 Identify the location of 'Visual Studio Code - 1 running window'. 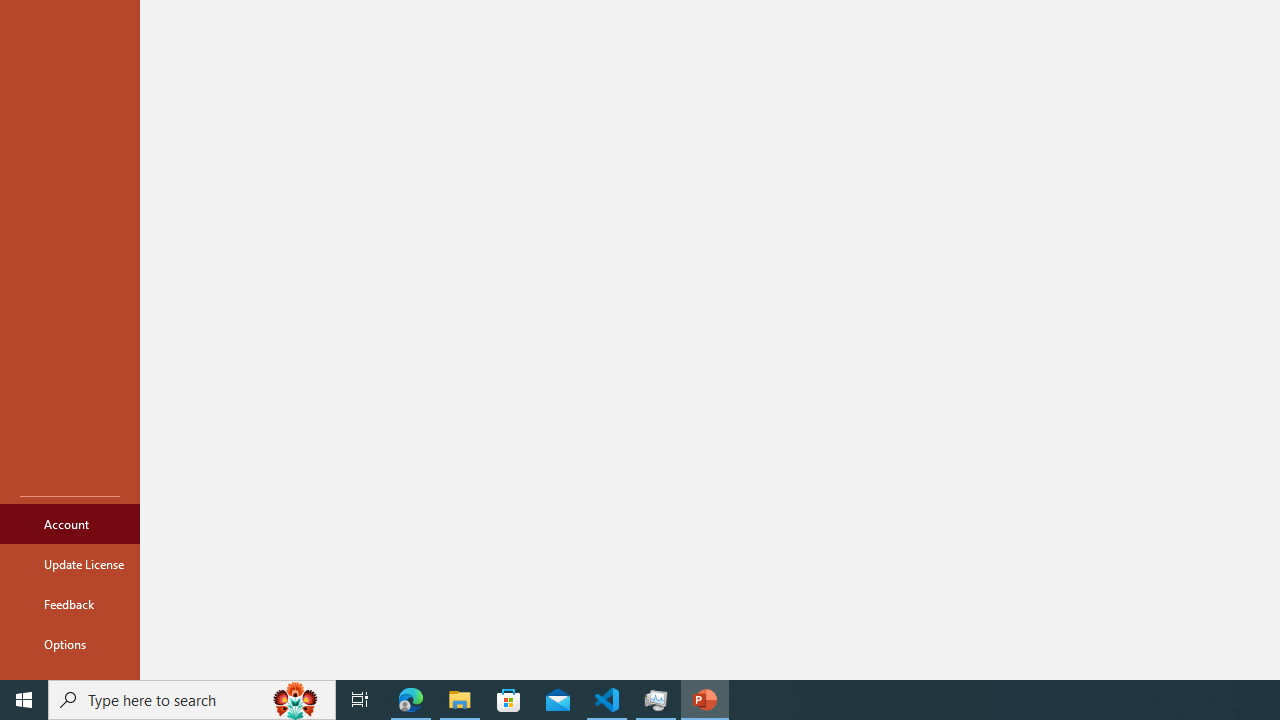
(606, 698).